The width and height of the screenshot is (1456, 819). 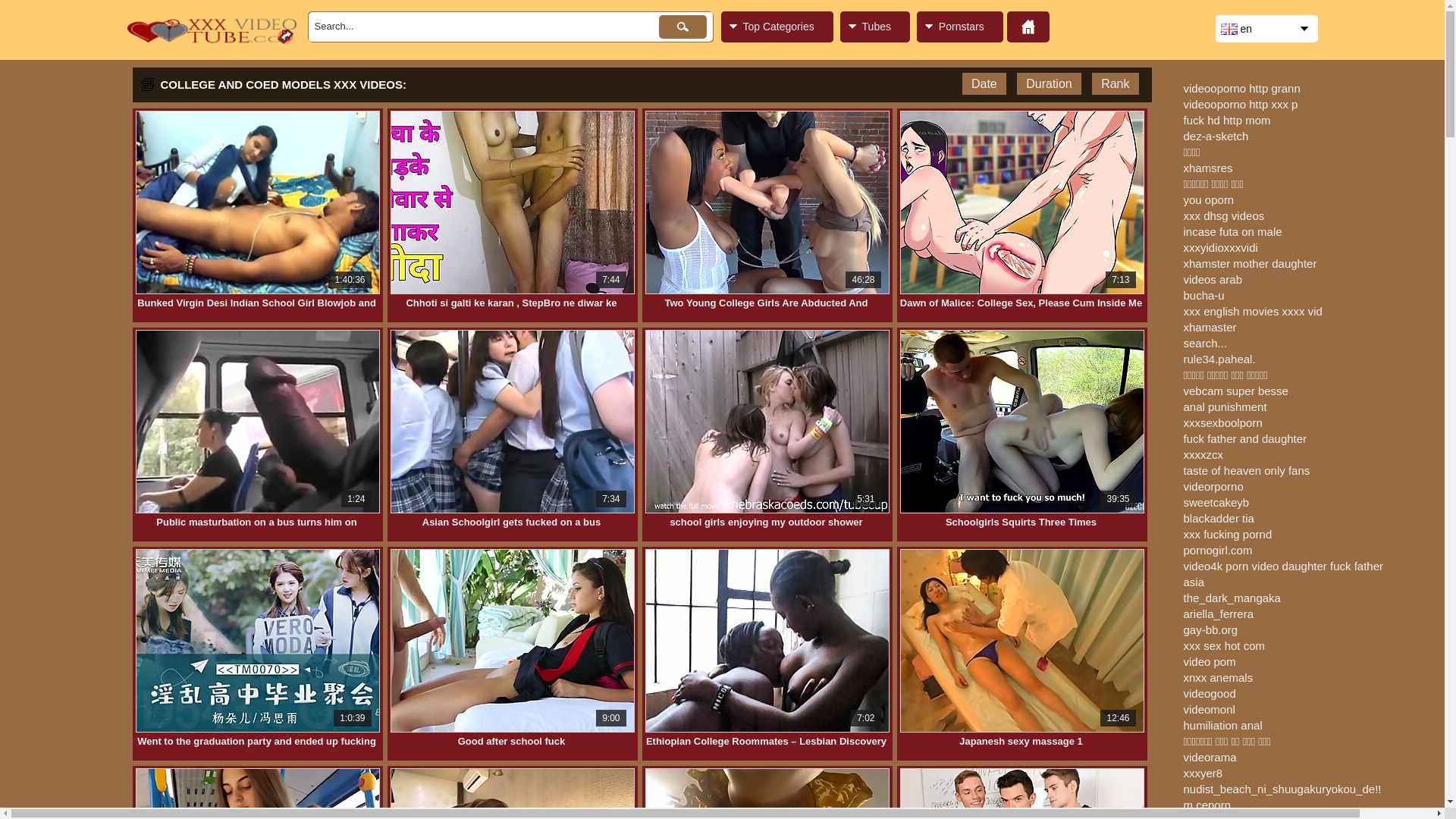 What do you see at coordinates (1208, 661) in the screenshot?
I see `'video pom'` at bounding box center [1208, 661].